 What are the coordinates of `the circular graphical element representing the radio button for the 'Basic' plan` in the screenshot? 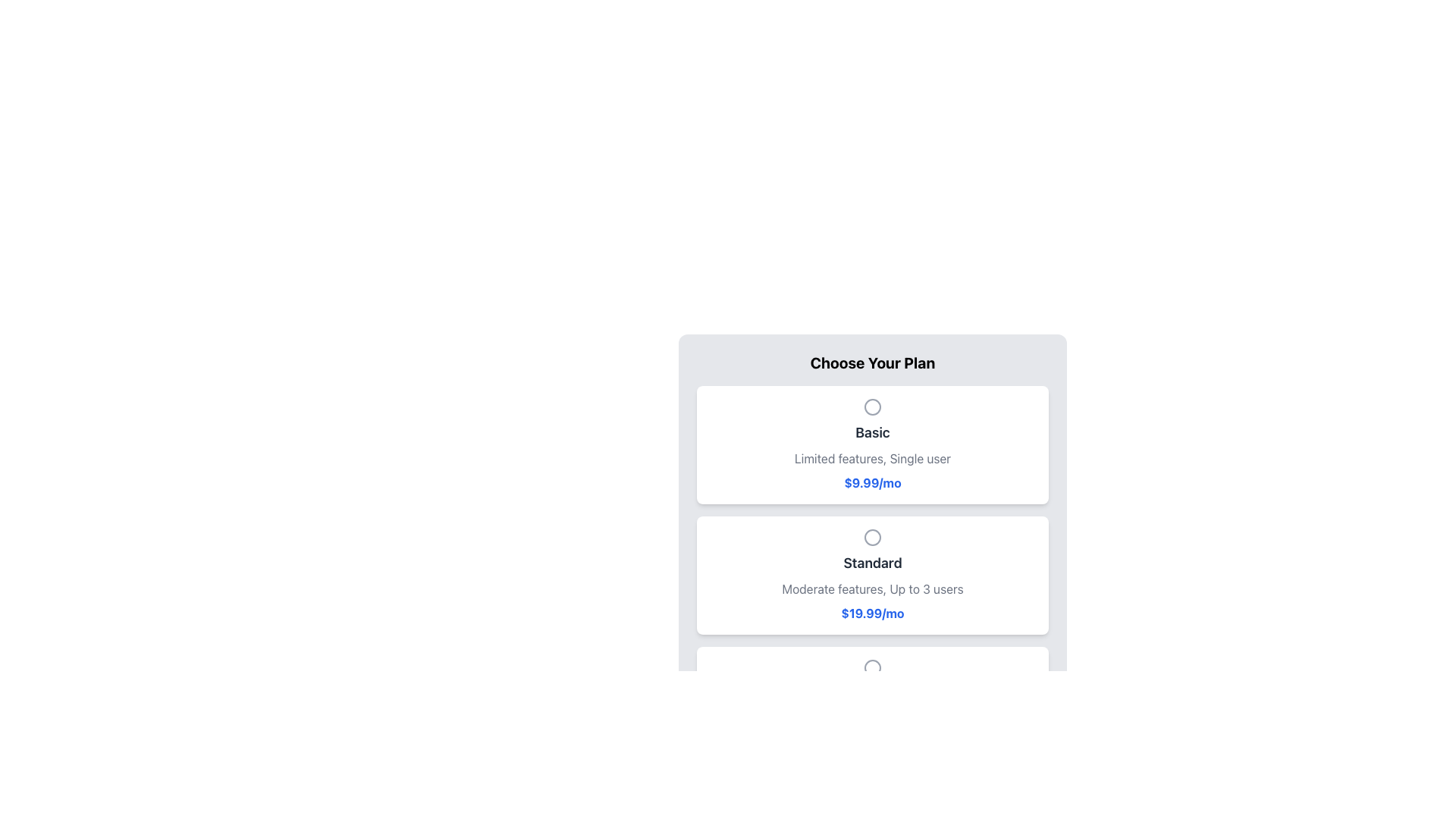 It's located at (873, 406).